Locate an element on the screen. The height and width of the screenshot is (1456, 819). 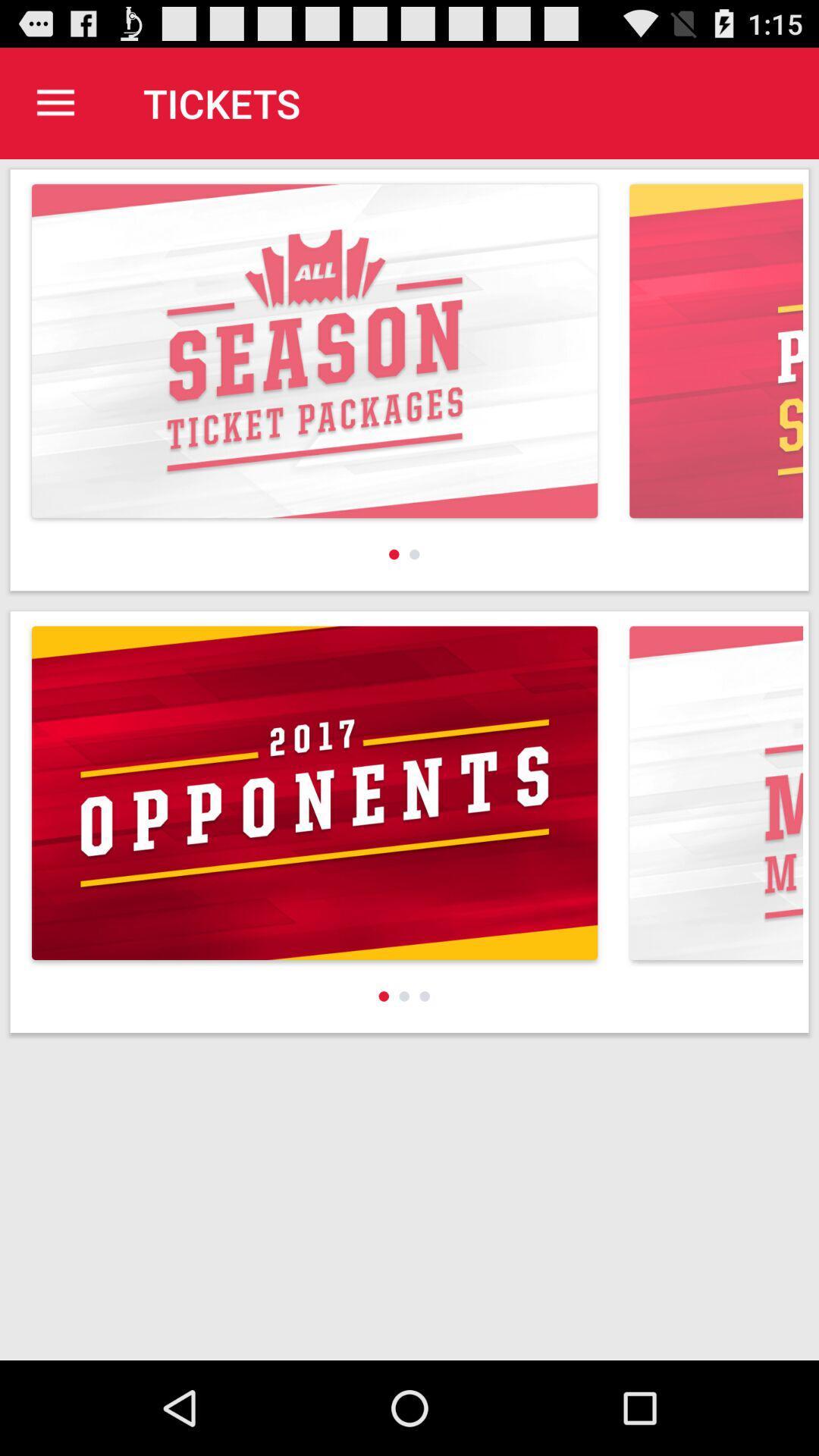
move to second row of first option is located at coordinates (314, 792).